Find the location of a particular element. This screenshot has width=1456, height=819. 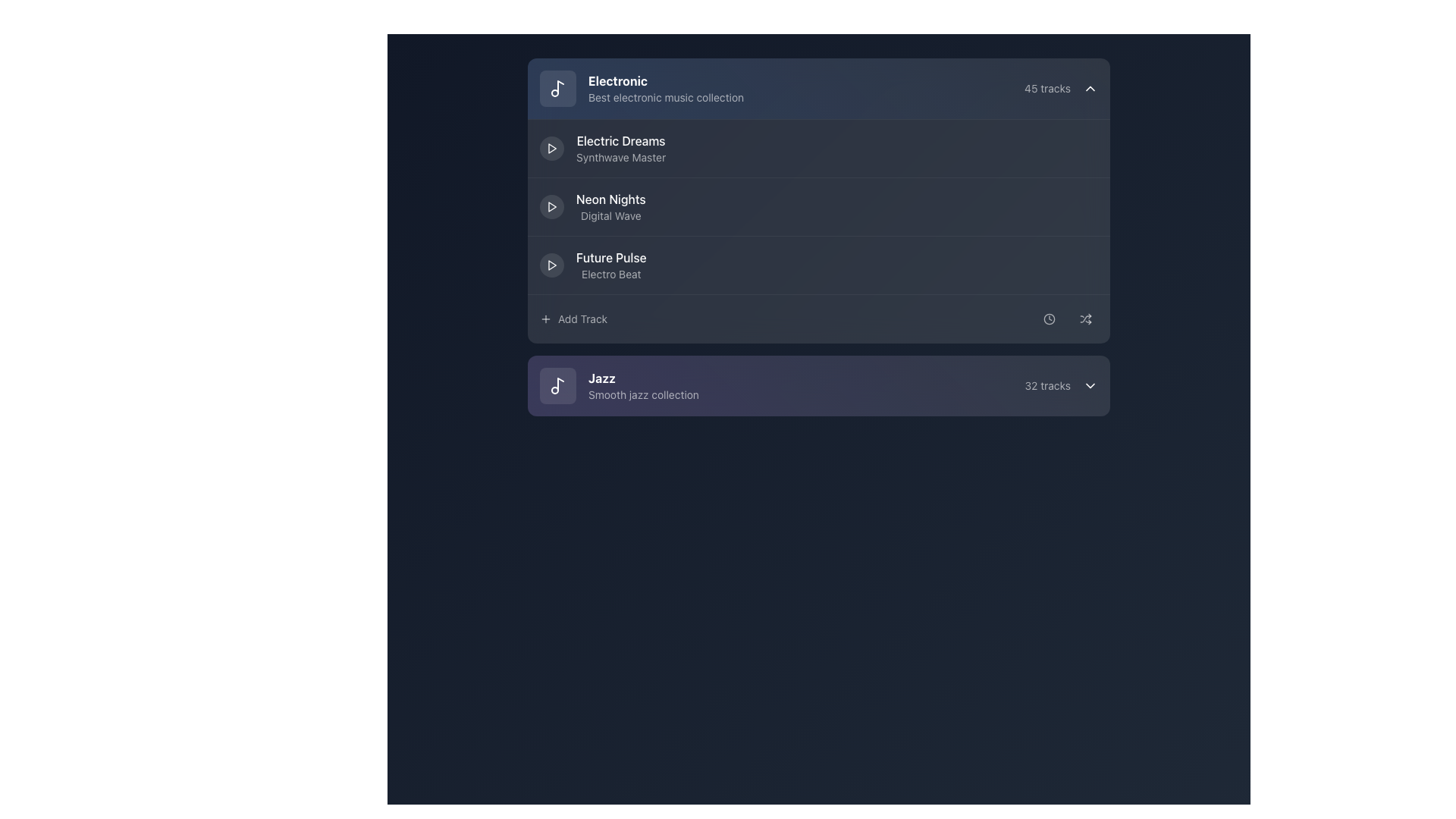

the descriptive Text Label that indicates the collection of 'Electronic' music, positioned directly below the bold 'Electronic' title is located at coordinates (666, 97).